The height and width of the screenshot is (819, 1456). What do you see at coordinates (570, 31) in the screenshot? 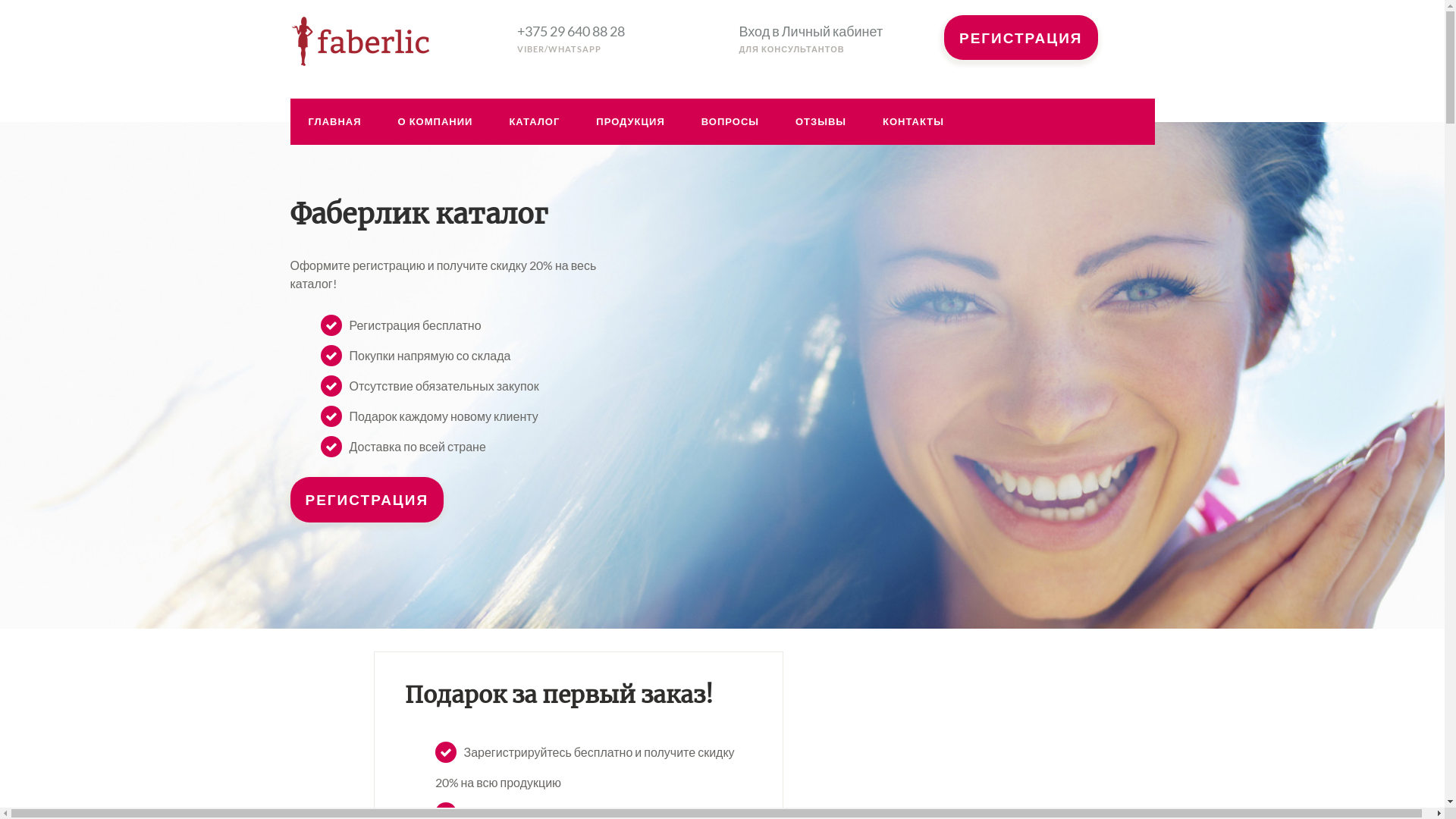
I see `'+375 29 640 88 28'` at bounding box center [570, 31].